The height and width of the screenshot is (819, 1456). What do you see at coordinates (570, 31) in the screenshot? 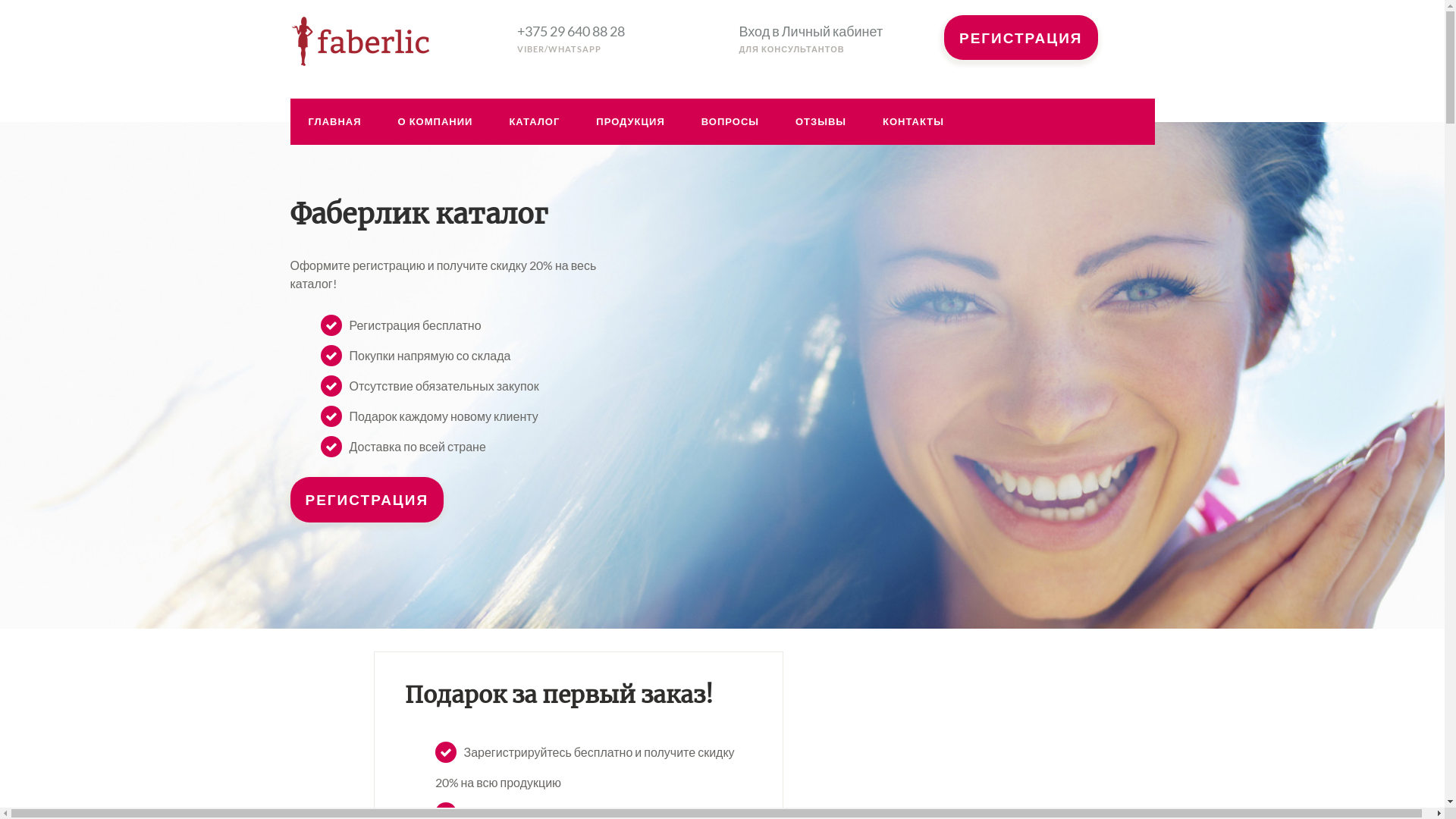
I see `'+375 29 640 88 28'` at bounding box center [570, 31].